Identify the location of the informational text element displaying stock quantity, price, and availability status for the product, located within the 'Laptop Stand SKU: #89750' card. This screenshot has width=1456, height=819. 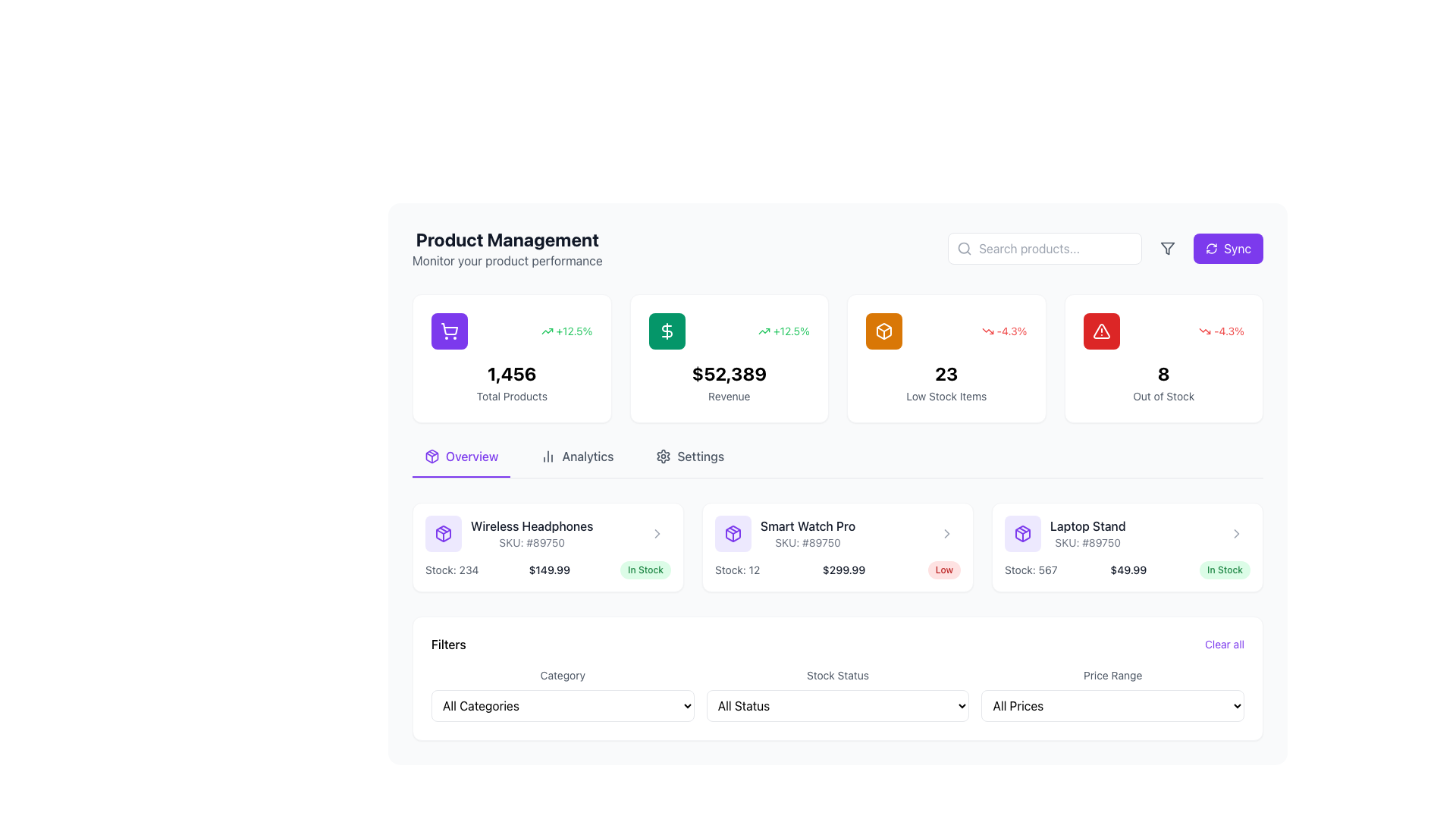
(1128, 570).